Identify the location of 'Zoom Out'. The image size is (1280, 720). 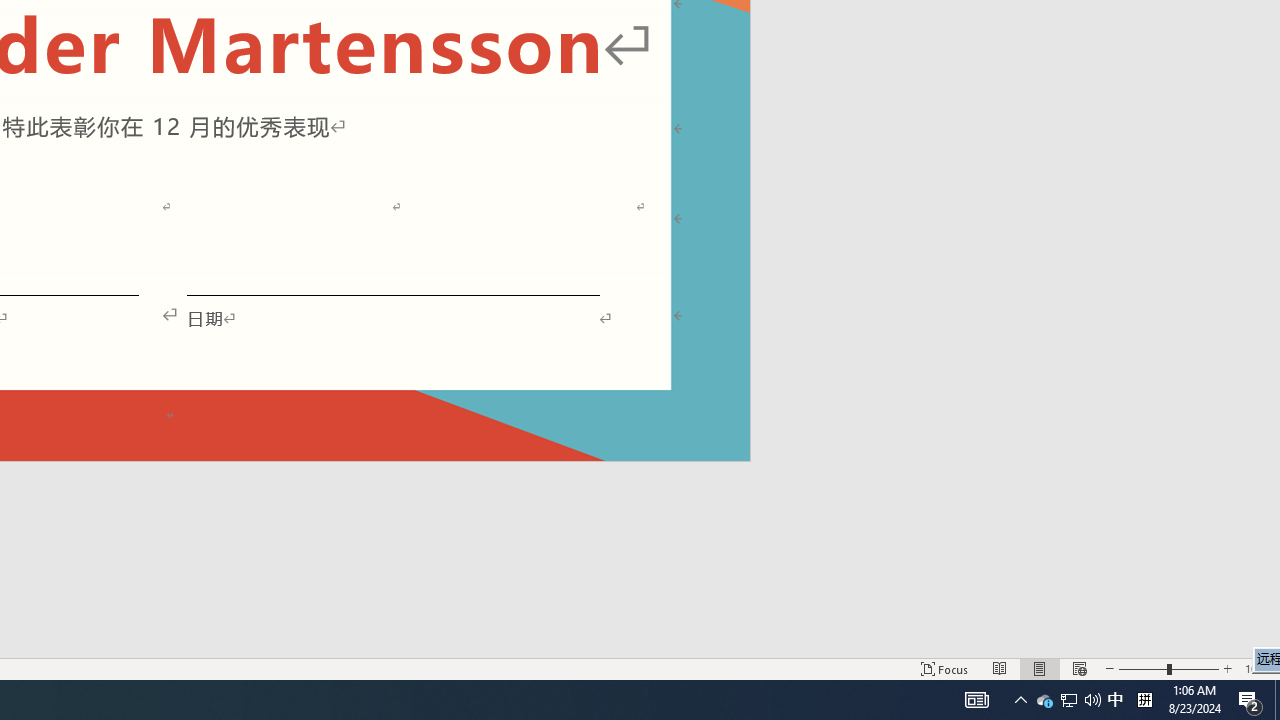
(1143, 669).